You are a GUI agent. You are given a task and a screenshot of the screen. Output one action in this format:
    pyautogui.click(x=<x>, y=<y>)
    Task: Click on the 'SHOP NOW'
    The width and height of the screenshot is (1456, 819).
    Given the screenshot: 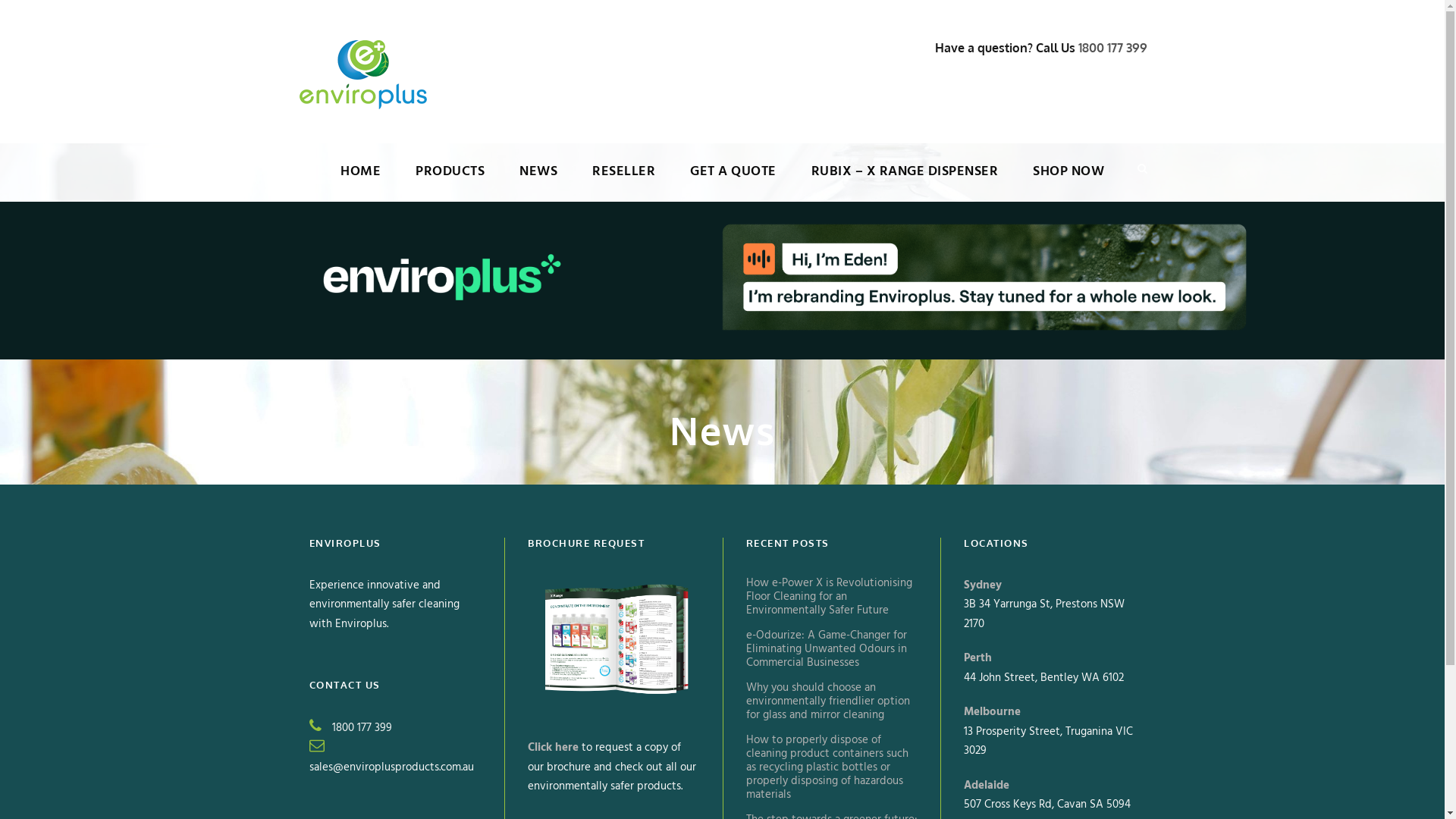 What is the action you would take?
    pyautogui.click(x=1068, y=180)
    